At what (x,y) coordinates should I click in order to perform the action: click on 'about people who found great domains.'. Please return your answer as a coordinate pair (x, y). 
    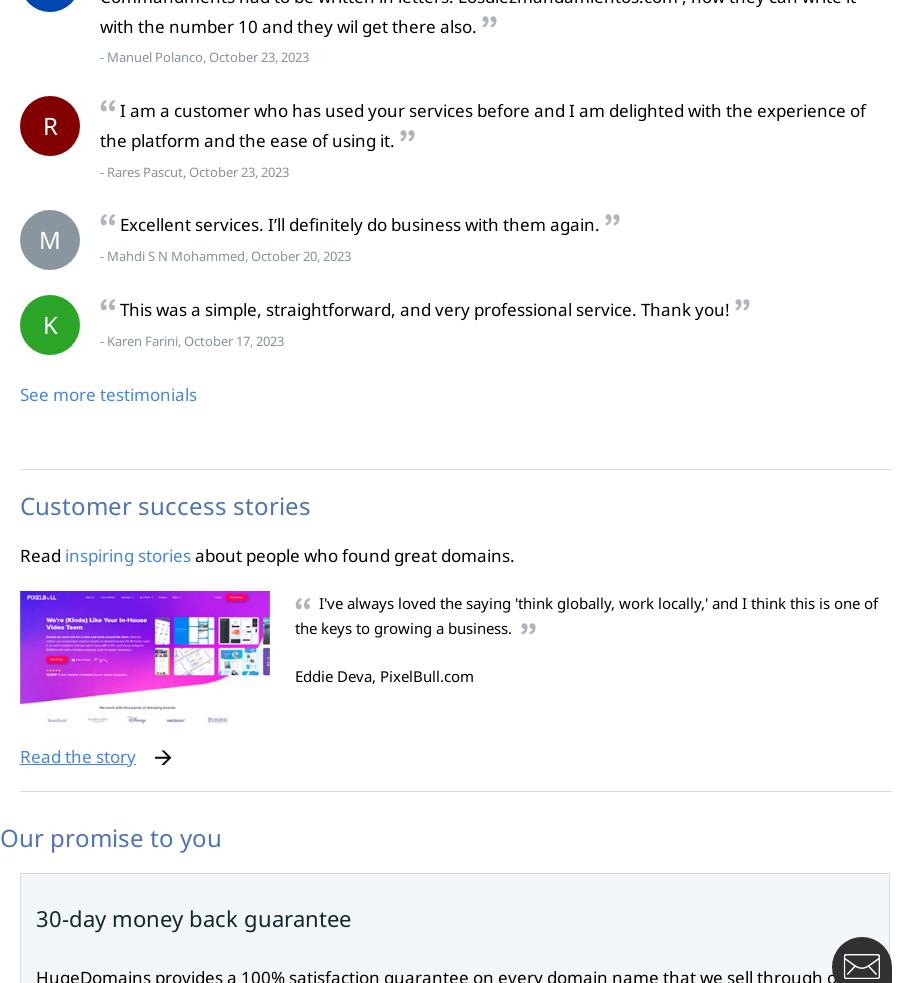
    Looking at the image, I should click on (352, 554).